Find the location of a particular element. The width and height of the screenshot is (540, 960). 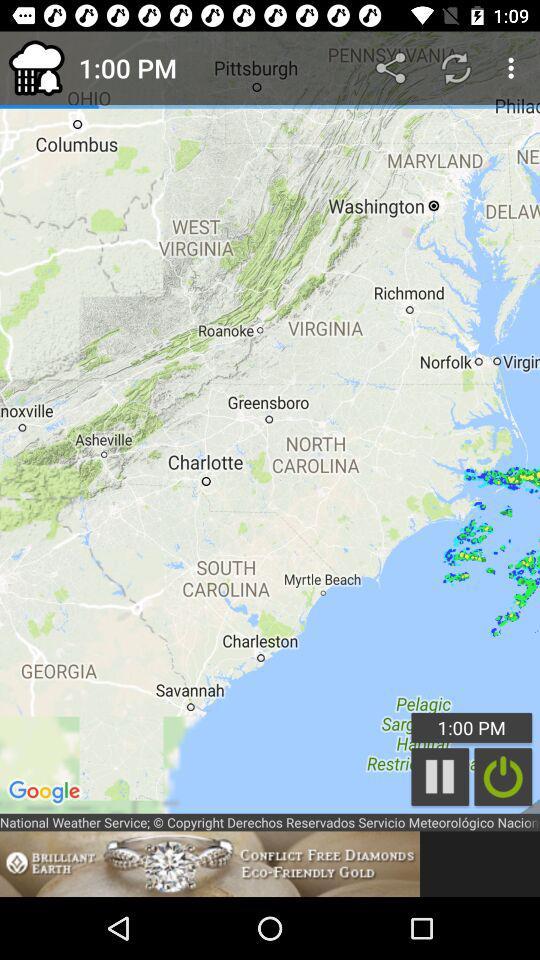

open the settings power is located at coordinates (502, 776).